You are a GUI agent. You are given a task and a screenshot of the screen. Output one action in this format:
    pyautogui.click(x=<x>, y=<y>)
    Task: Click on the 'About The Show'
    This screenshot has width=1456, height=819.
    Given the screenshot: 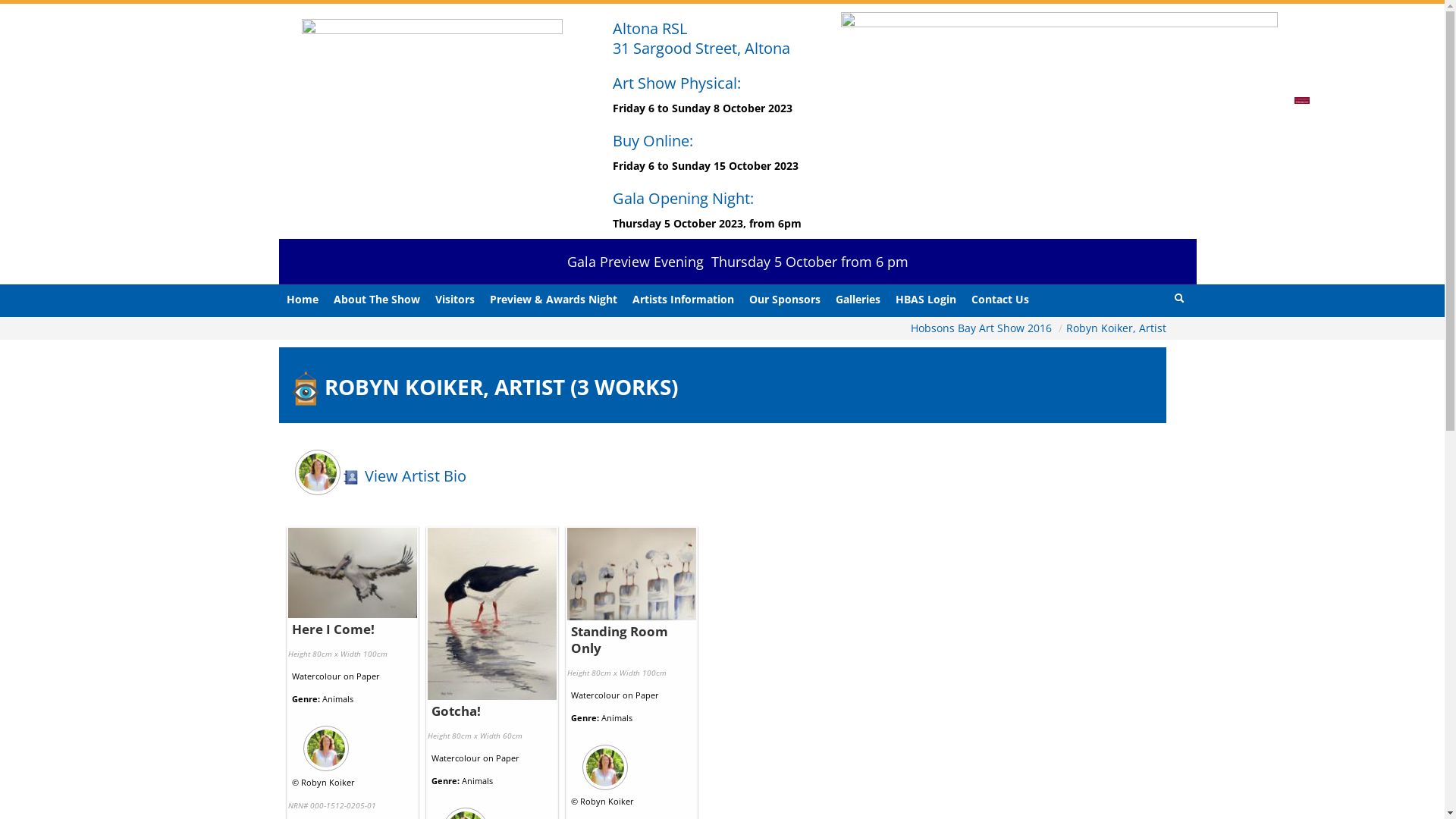 What is the action you would take?
    pyautogui.click(x=377, y=299)
    